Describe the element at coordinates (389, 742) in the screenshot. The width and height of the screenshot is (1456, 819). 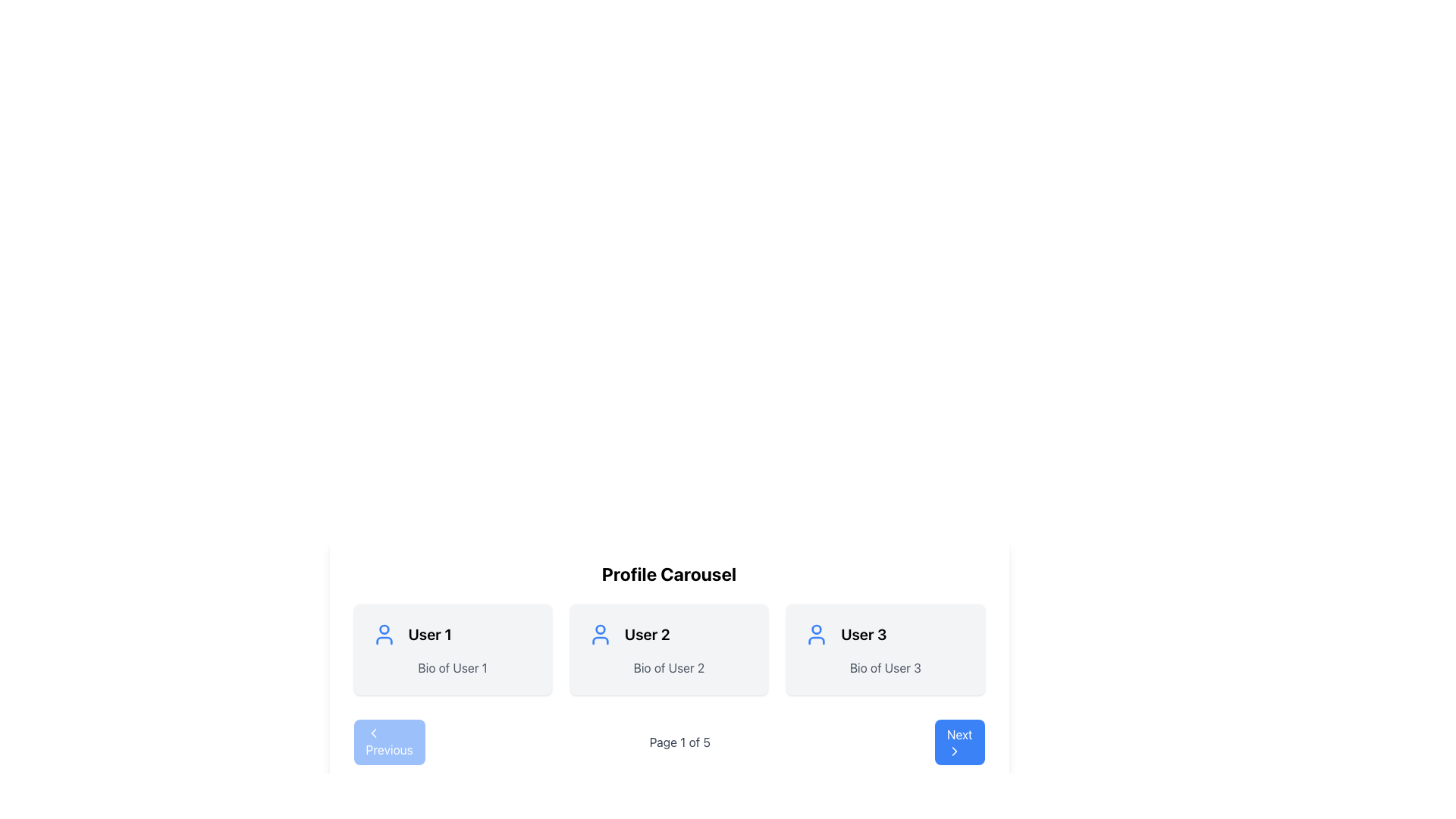
I see `the blue 'Previous' button with rounded corners that has a left arrow icon and white text, located at the bottom-left of the interface` at that location.